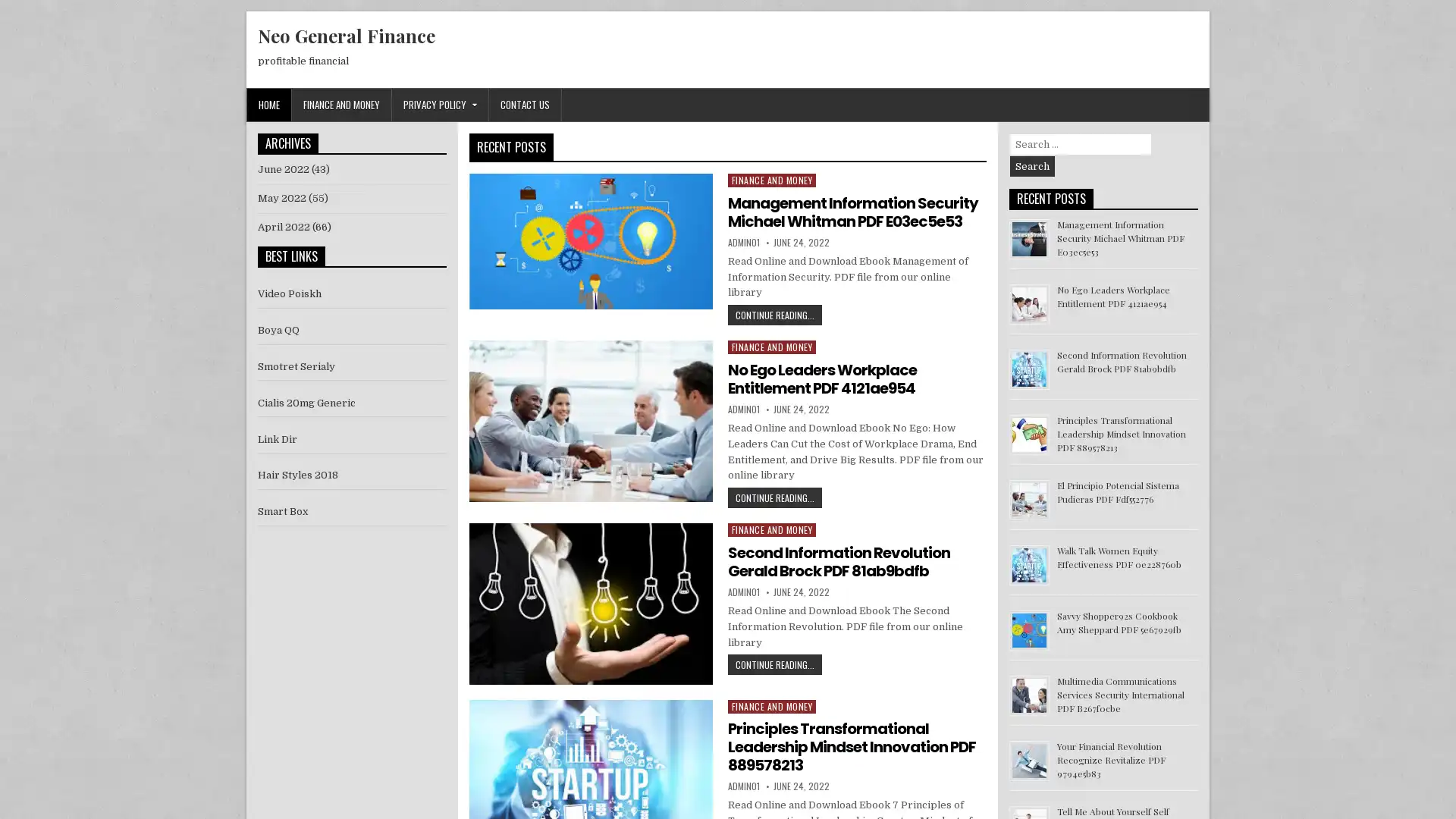 The image size is (1456, 819). What do you see at coordinates (1031, 166) in the screenshot?
I see `Search` at bounding box center [1031, 166].